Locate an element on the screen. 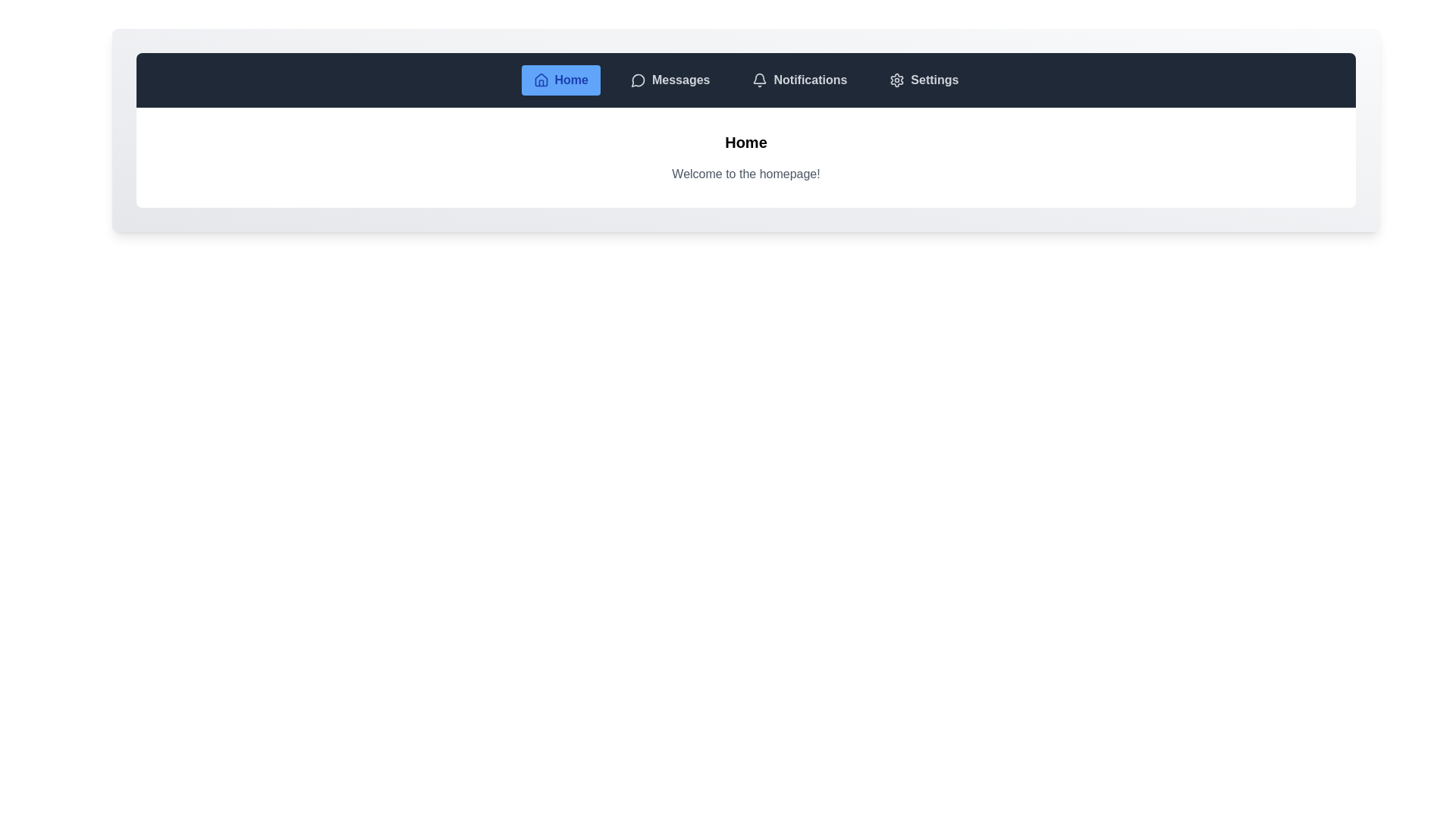 The image size is (1456, 819). the tab labeled Settings to observe its hover effect is located at coordinates (924, 80).